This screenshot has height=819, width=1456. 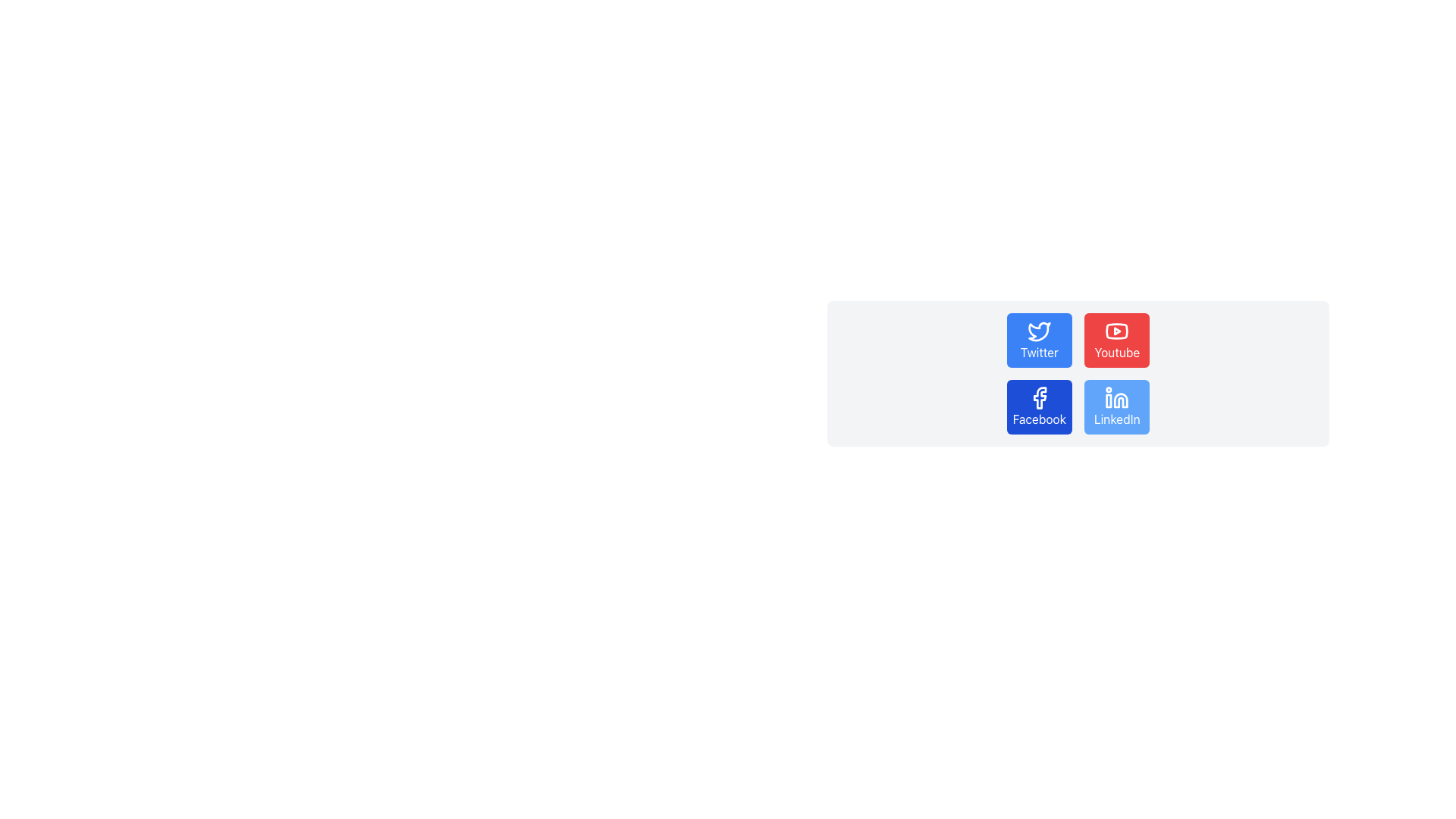 I want to click on the Twitter logo icon, so click(x=1038, y=331).